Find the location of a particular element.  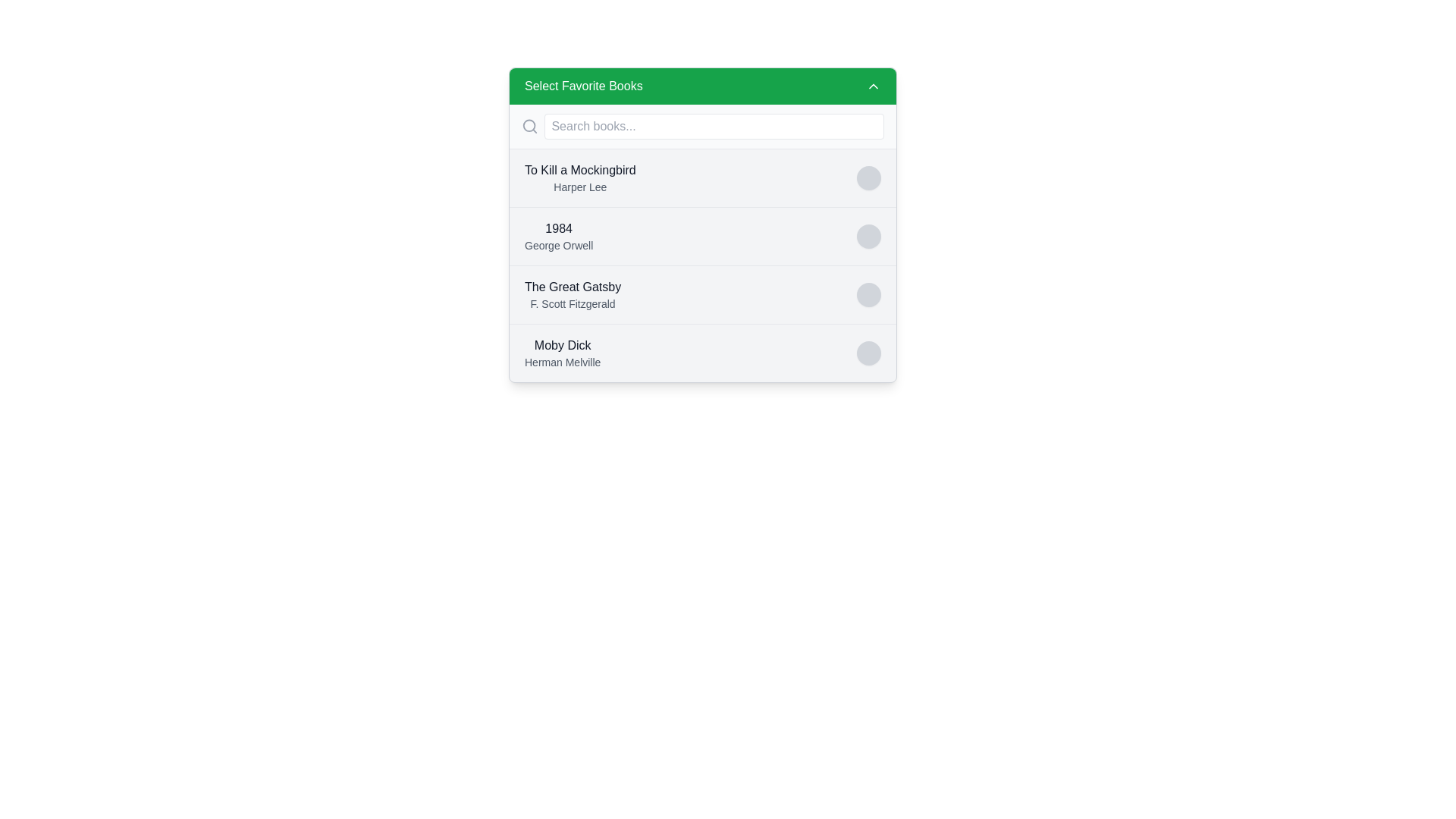

the text label displaying the title 'Moby Dick' located in the fourth book entry of the book selection interface is located at coordinates (562, 345).